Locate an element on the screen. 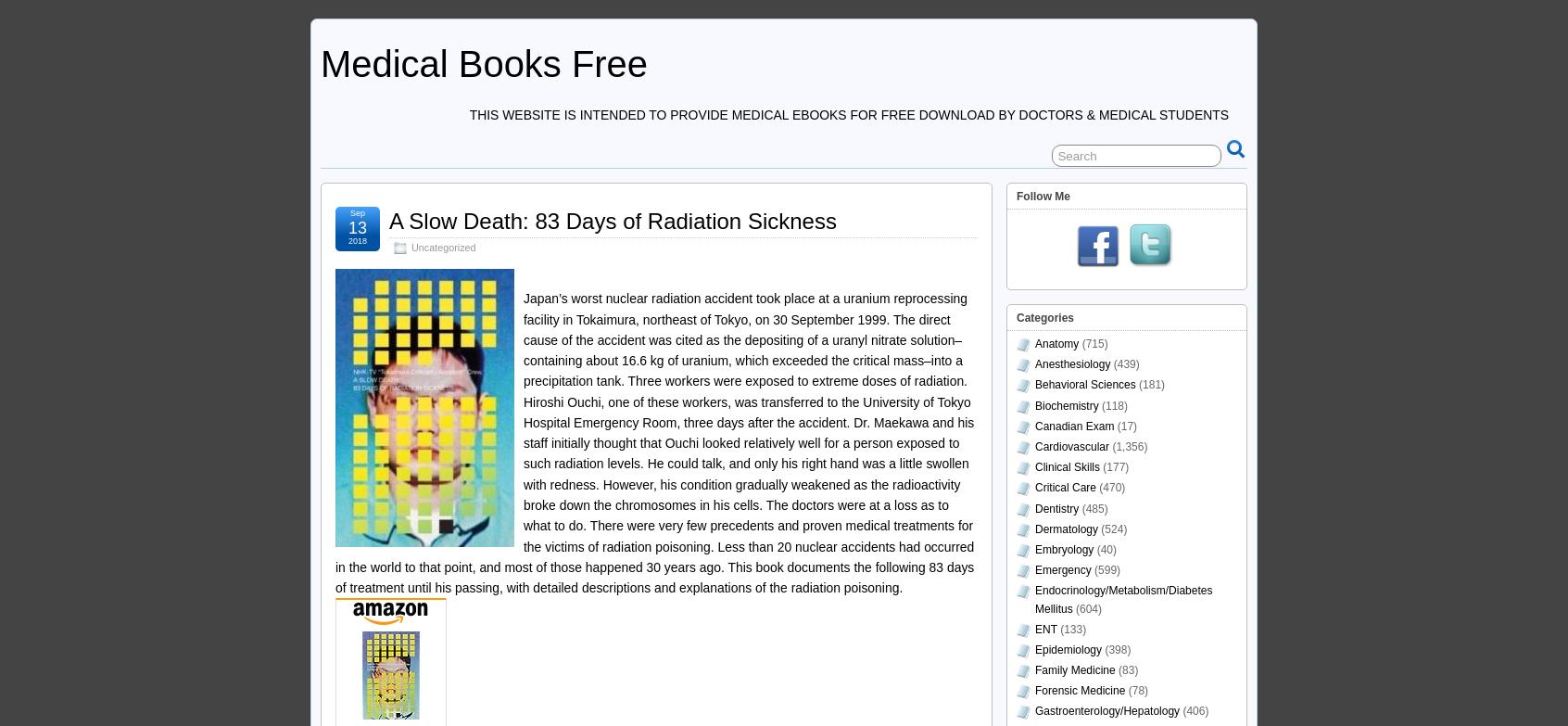  '(524)' is located at coordinates (1112, 528).